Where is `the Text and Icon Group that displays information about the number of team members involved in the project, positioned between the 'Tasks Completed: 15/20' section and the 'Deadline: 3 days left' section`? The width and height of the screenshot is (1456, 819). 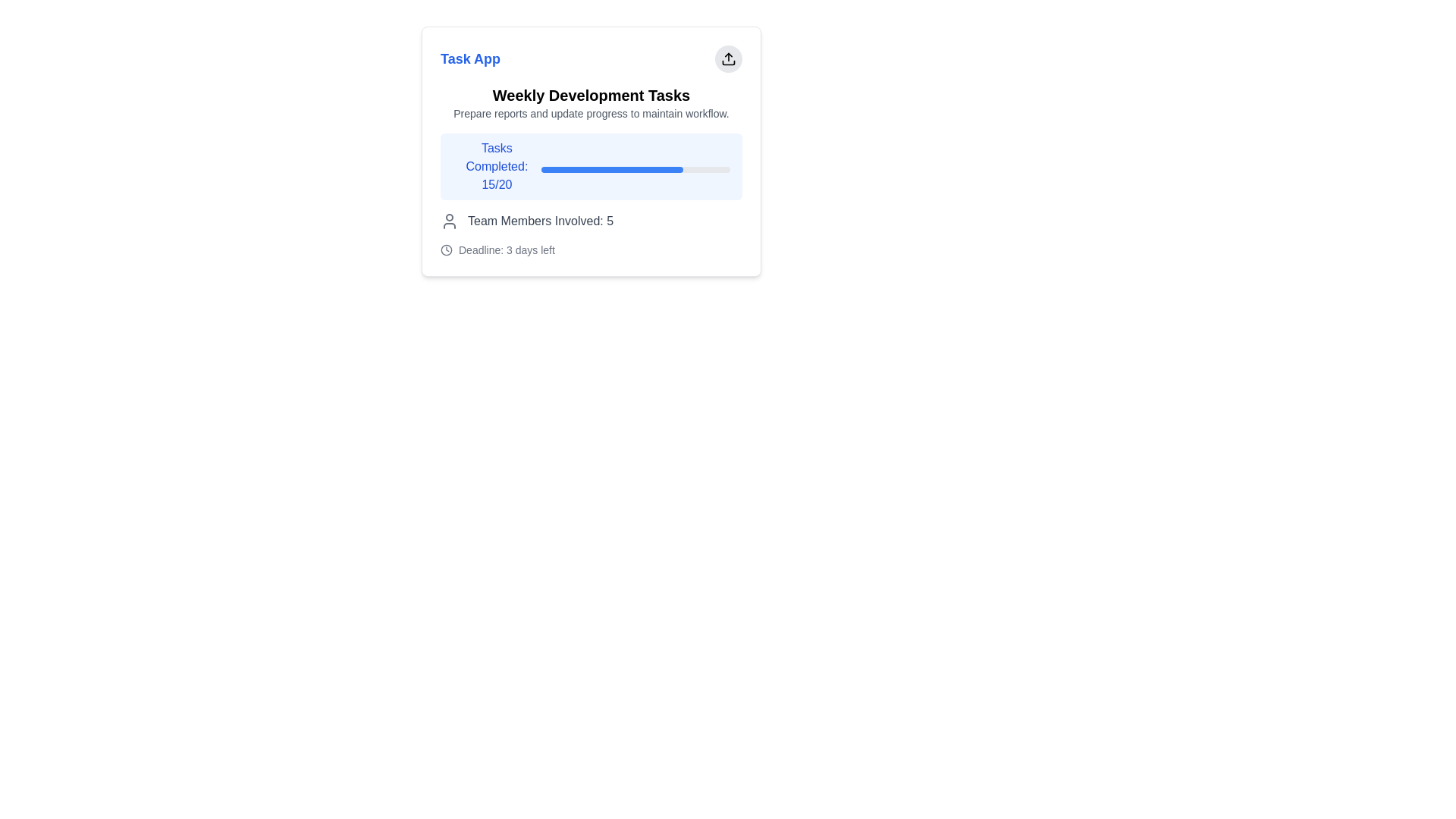
the Text and Icon Group that displays information about the number of team members involved in the project, positioned between the 'Tasks Completed: 15/20' section and the 'Deadline: 3 days left' section is located at coordinates (590, 221).